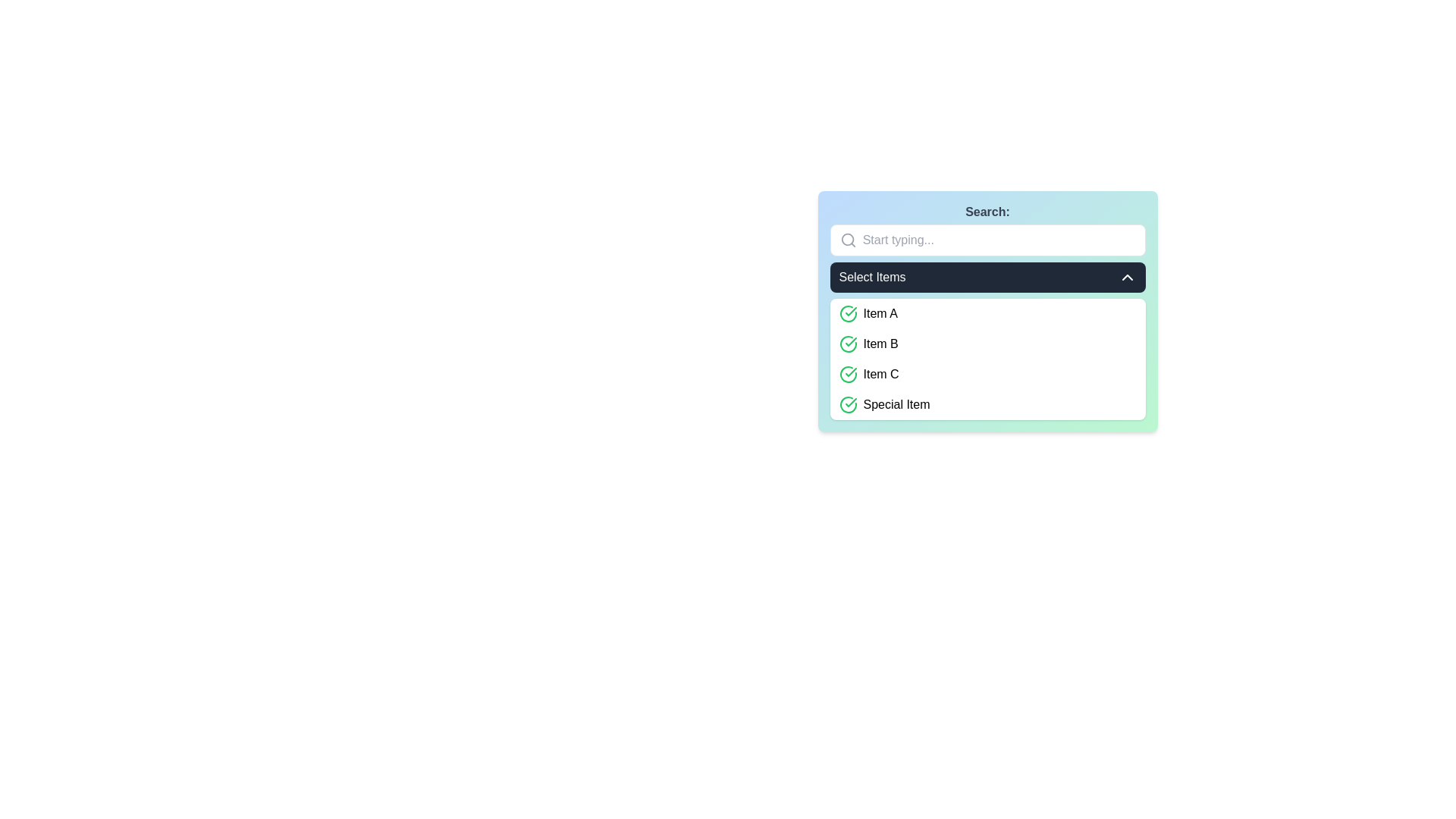 This screenshot has height=819, width=1456. What do you see at coordinates (847, 403) in the screenshot?
I see `the indicator icon confirming the selection of the 'Special Item' in the dropdown list, located to the left of the 'Special Item' text` at bounding box center [847, 403].